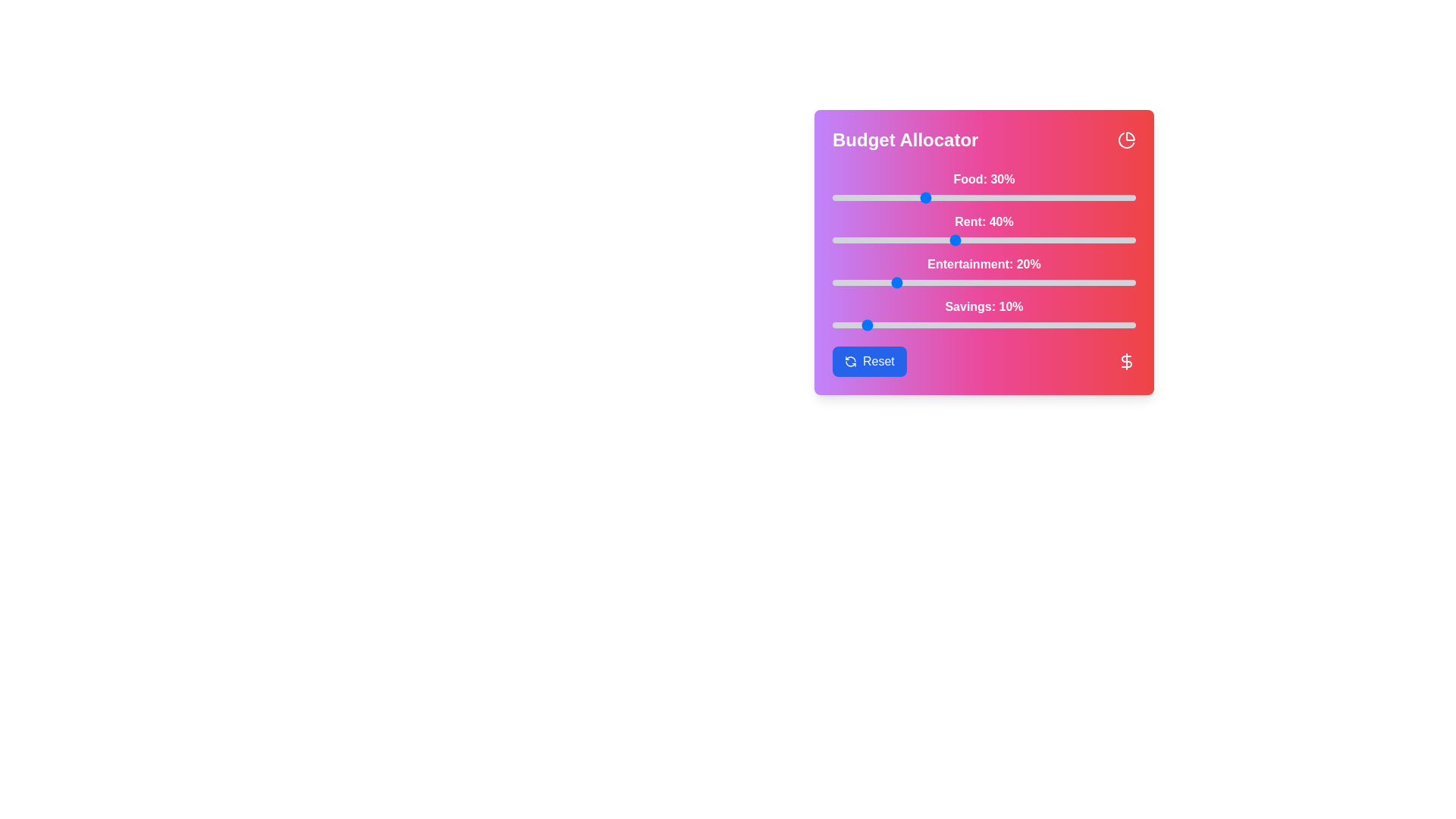 The image size is (1456, 819). What do you see at coordinates (851, 324) in the screenshot?
I see `the savings percentage` at bounding box center [851, 324].